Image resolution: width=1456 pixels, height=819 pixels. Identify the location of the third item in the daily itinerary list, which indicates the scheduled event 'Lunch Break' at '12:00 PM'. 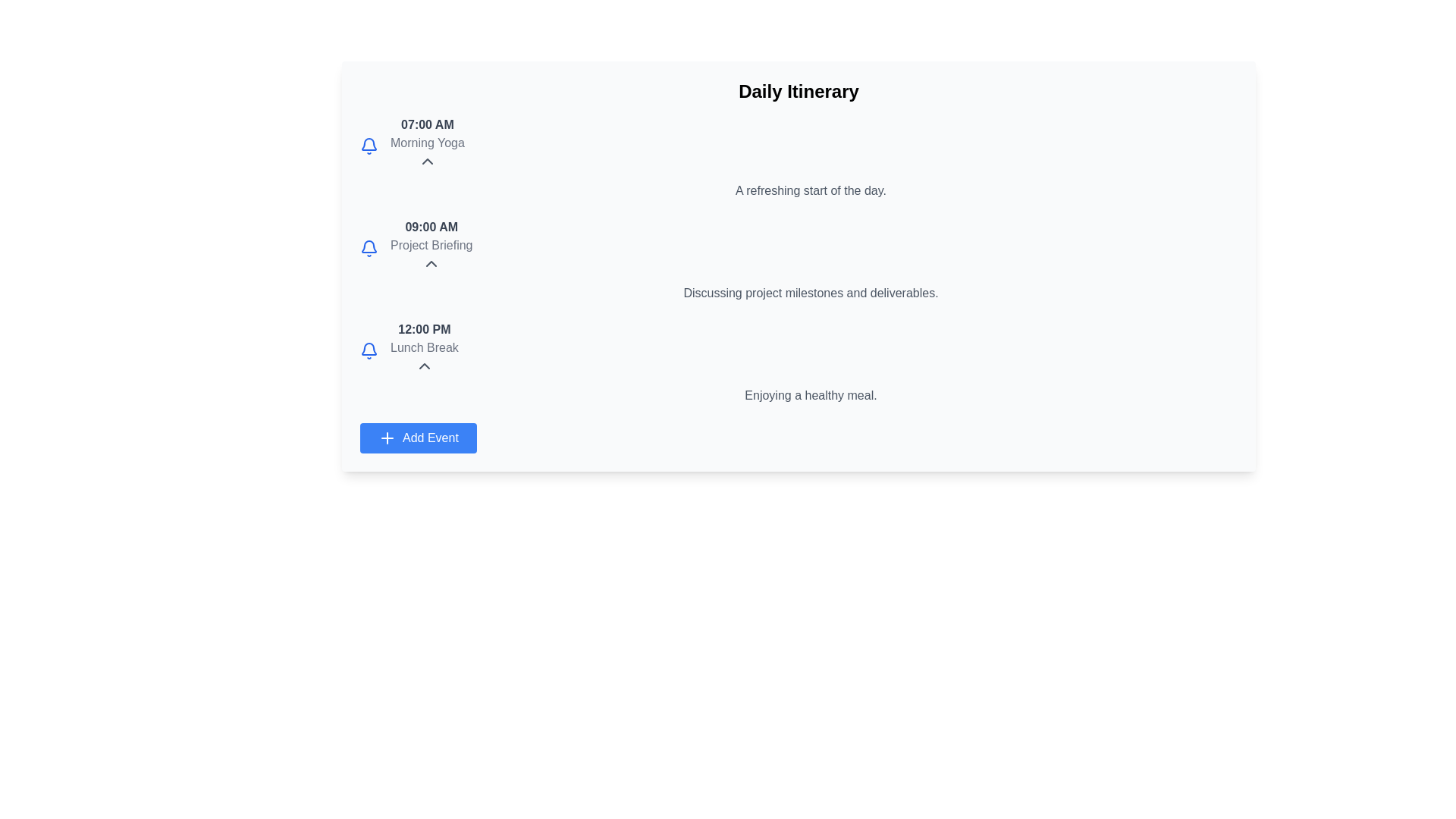
(424, 350).